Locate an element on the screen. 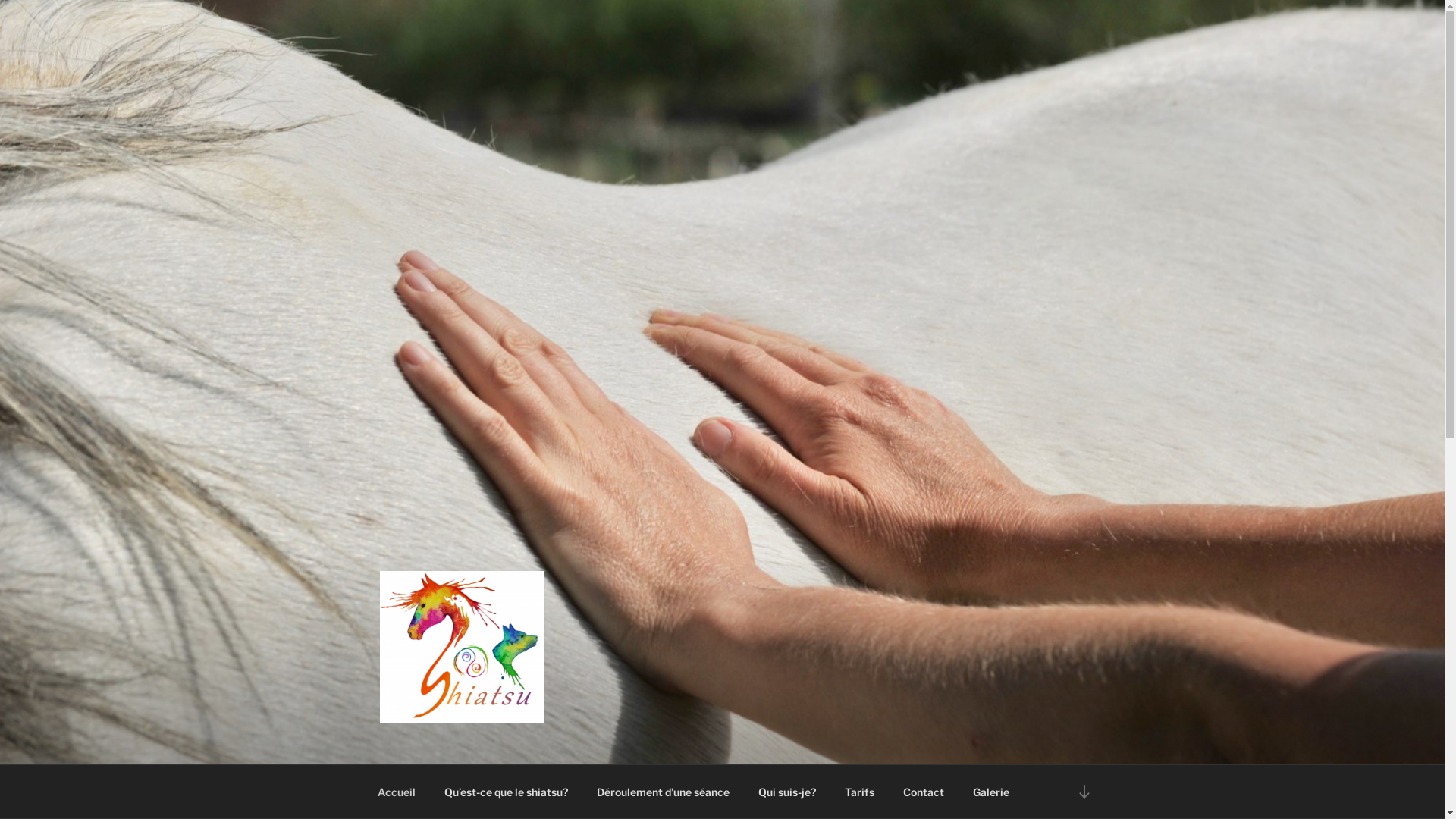 The height and width of the screenshot is (819, 1456). 'Accueil' is located at coordinates (396, 791).